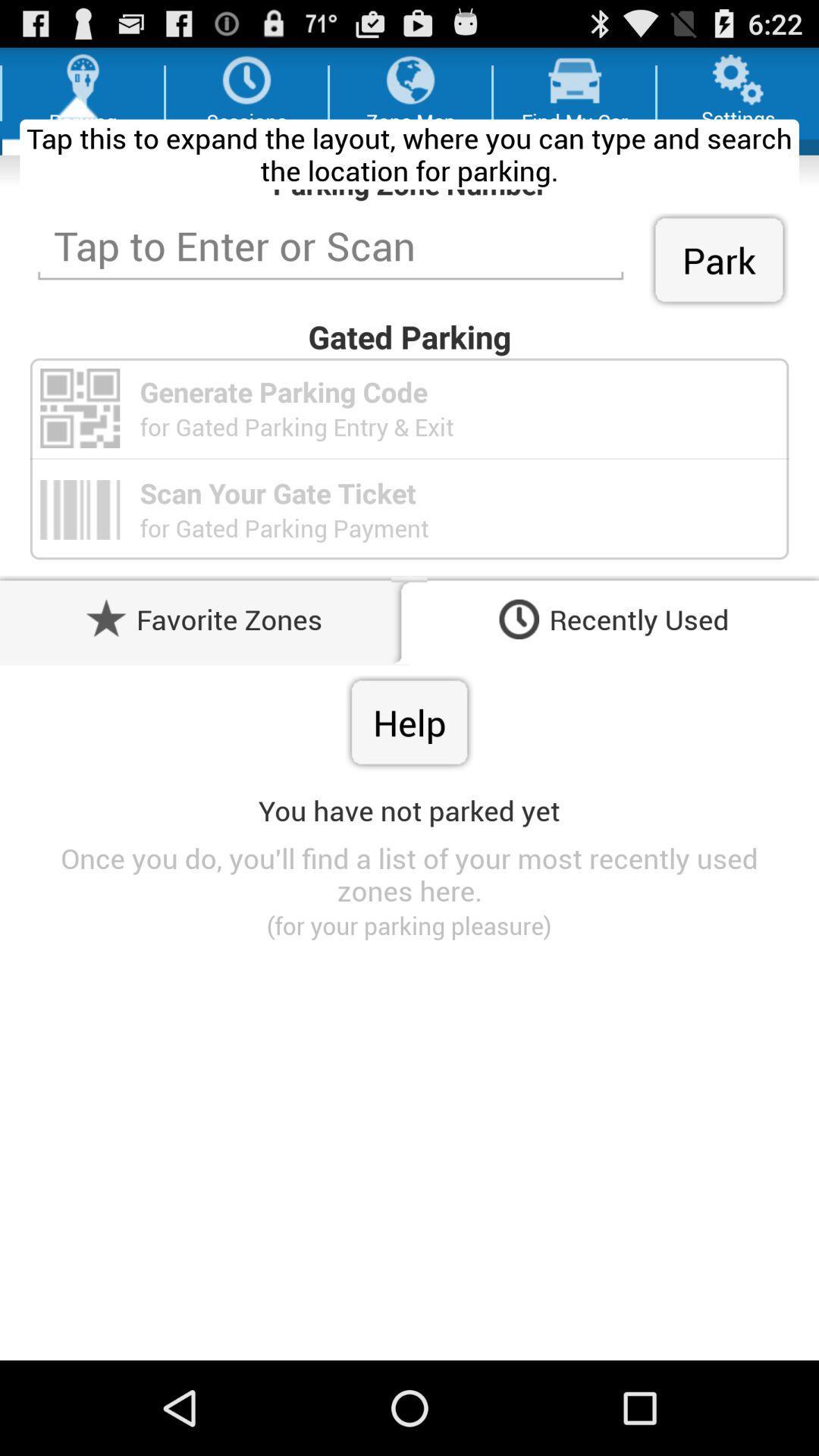 This screenshot has width=819, height=1456. Describe the element at coordinates (246, 79) in the screenshot. I see `the second icon from left` at that location.